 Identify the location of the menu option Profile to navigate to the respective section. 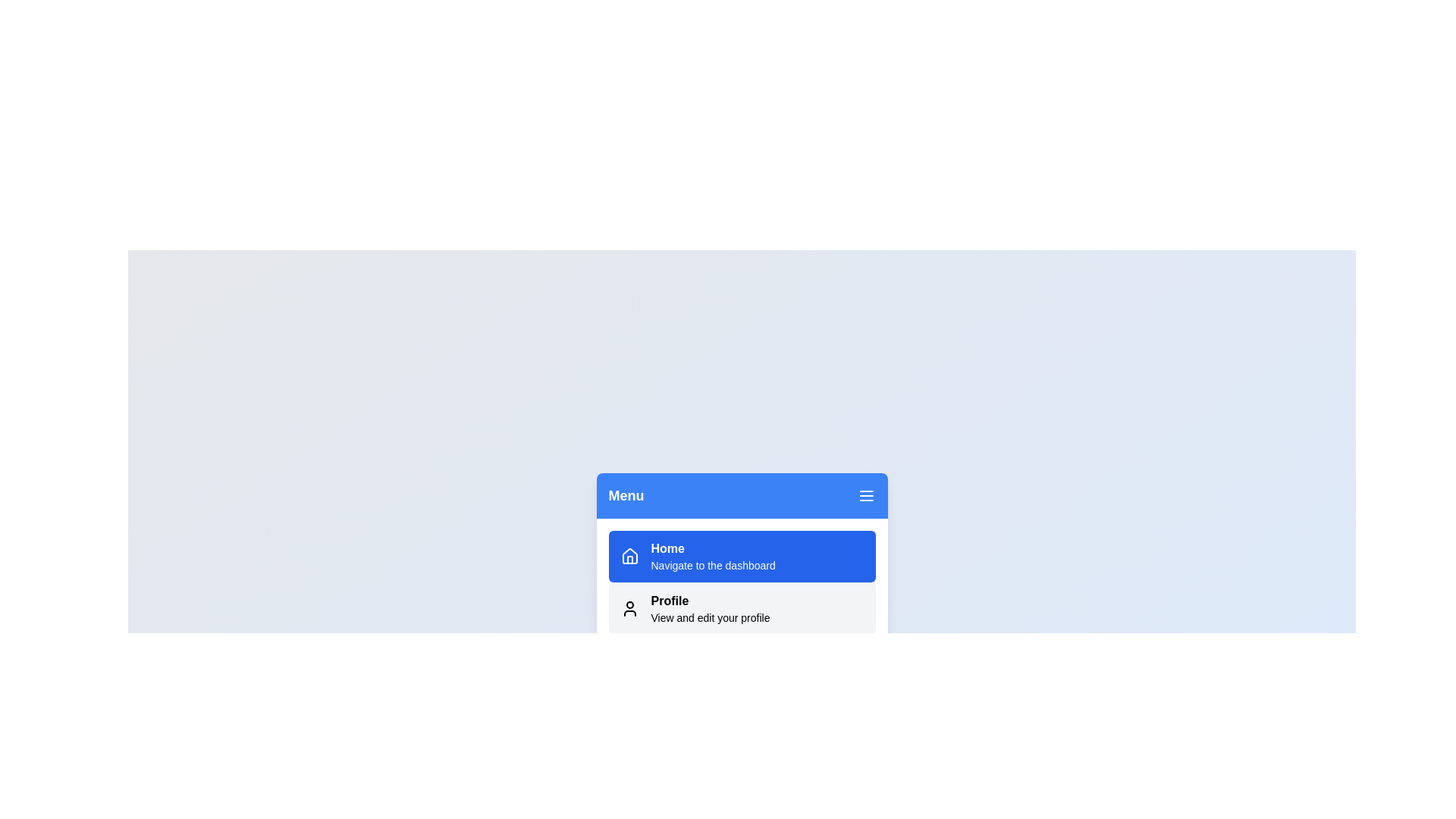
(742, 607).